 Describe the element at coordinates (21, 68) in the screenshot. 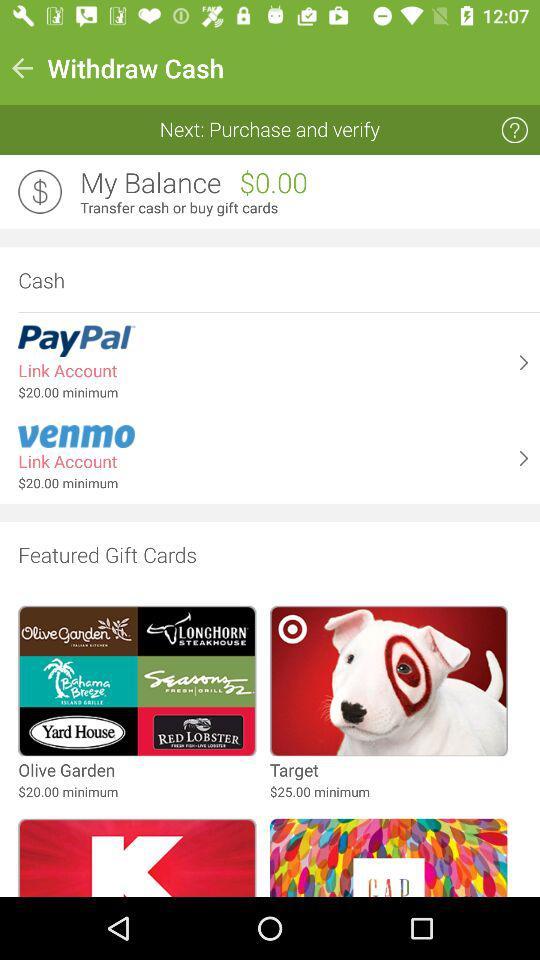

I see `item to the left of the withdraw cash` at that location.